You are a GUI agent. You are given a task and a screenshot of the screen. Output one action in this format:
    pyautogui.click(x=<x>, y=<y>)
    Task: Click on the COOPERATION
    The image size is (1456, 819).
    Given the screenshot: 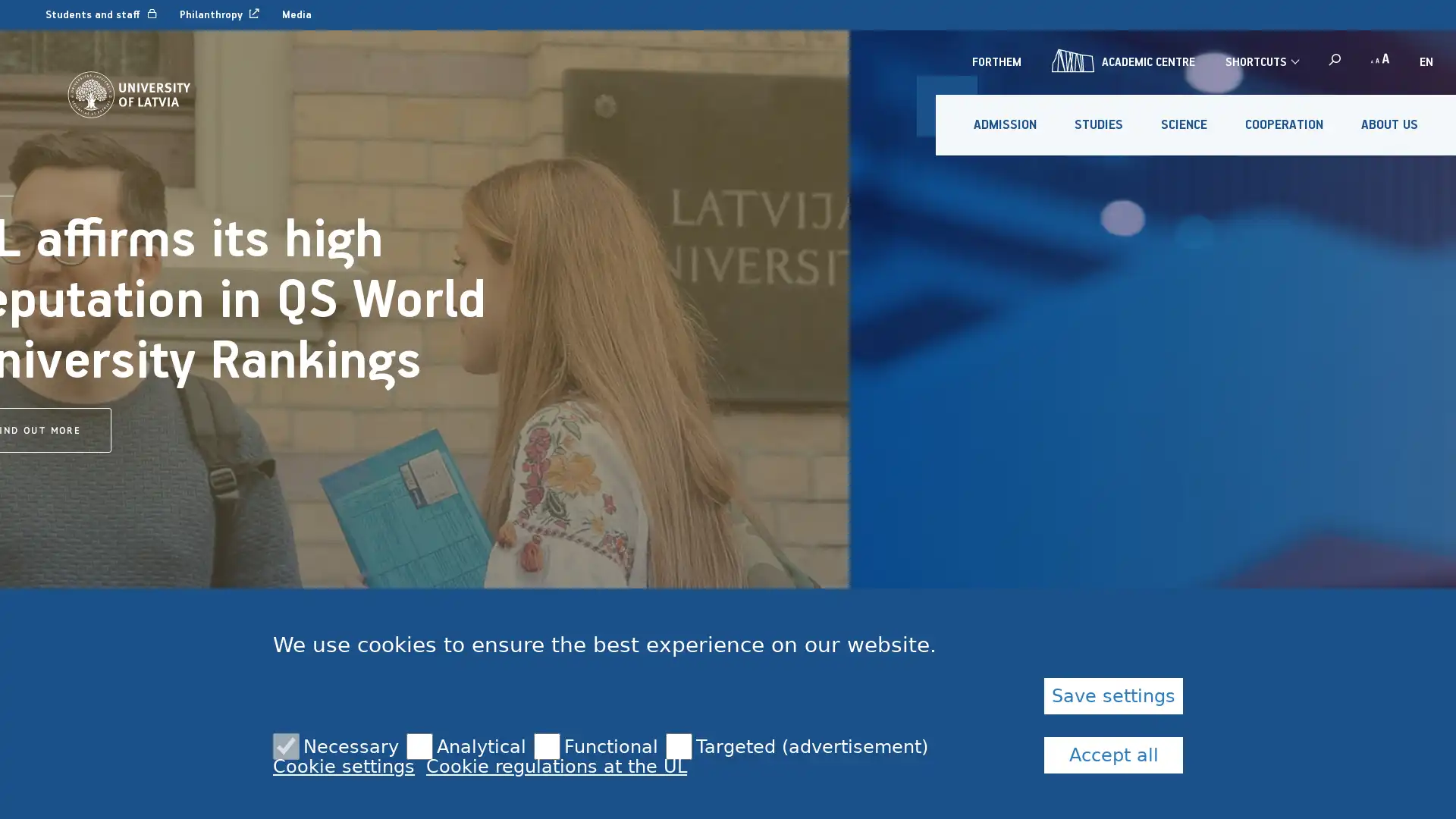 What is the action you would take?
    pyautogui.click(x=1283, y=124)
    